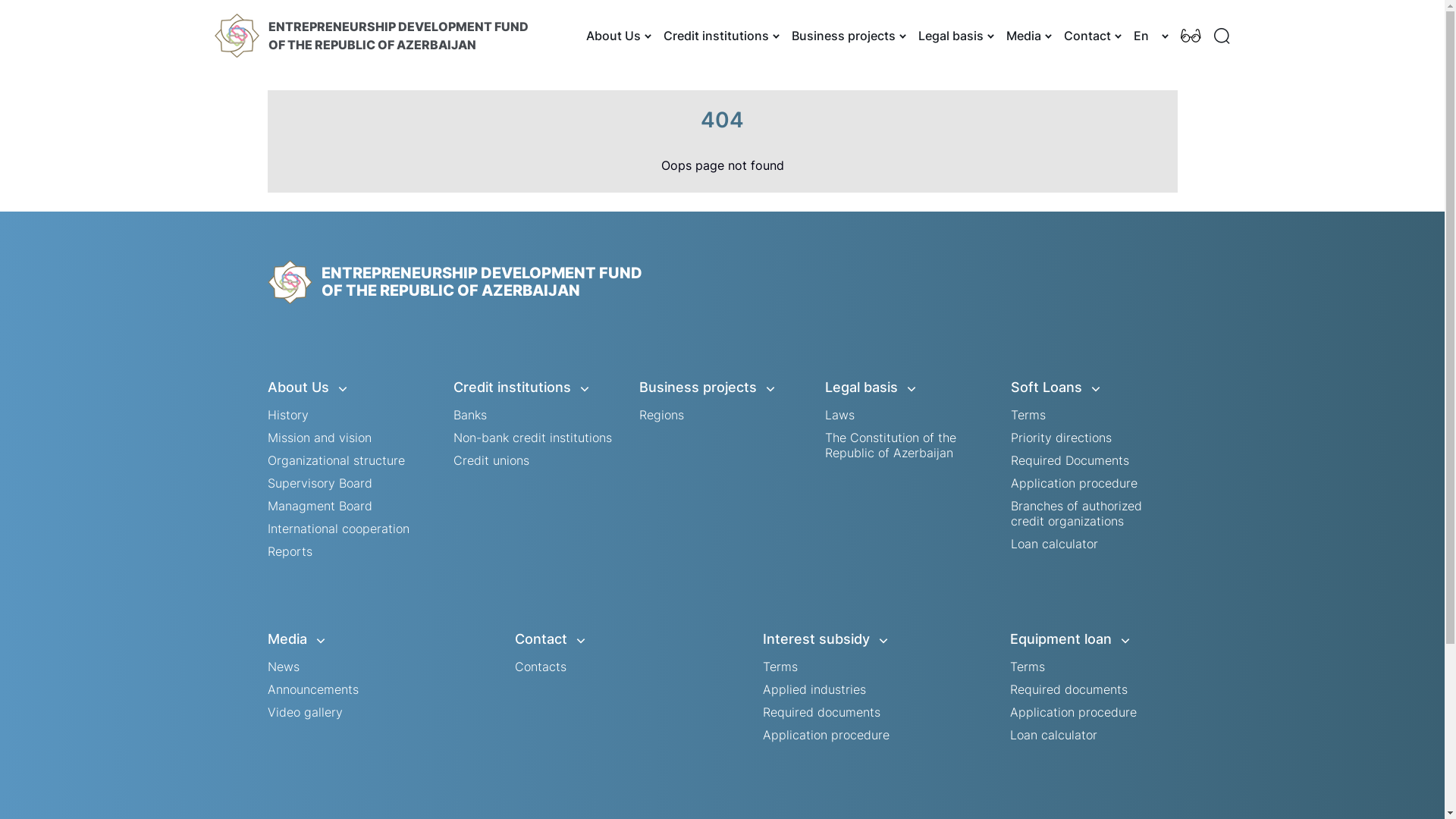 The width and height of the screenshot is (1456, 819). What do you see at coordinates (1093, 639) in the screenshot?
I see `'Equipment loan'` at bounding box center [1093, 639].